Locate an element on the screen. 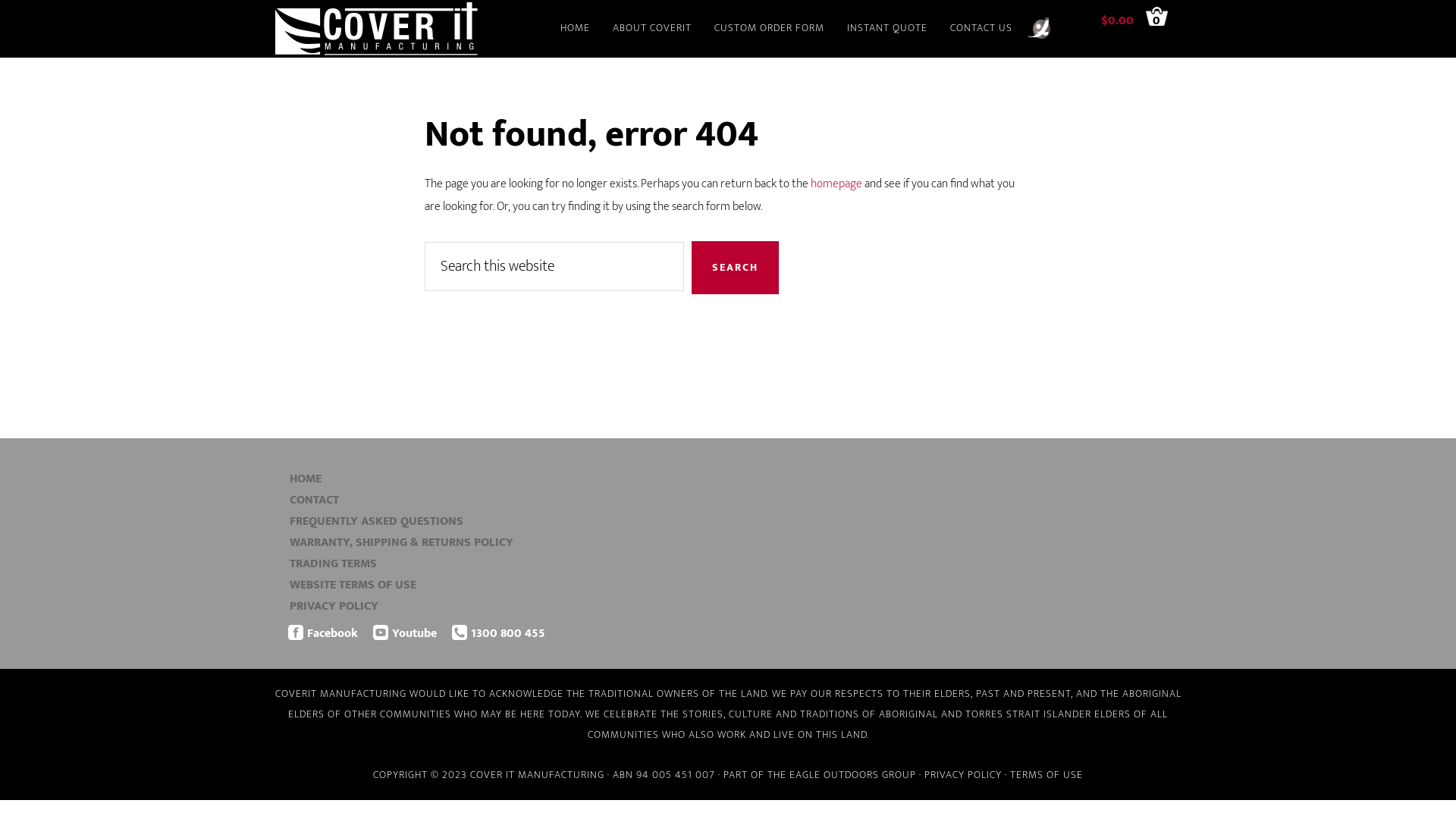 The height and width of the screenshot is (819, 1456). 'PRIVACY POLICY' is located at coordinates (962, 774).